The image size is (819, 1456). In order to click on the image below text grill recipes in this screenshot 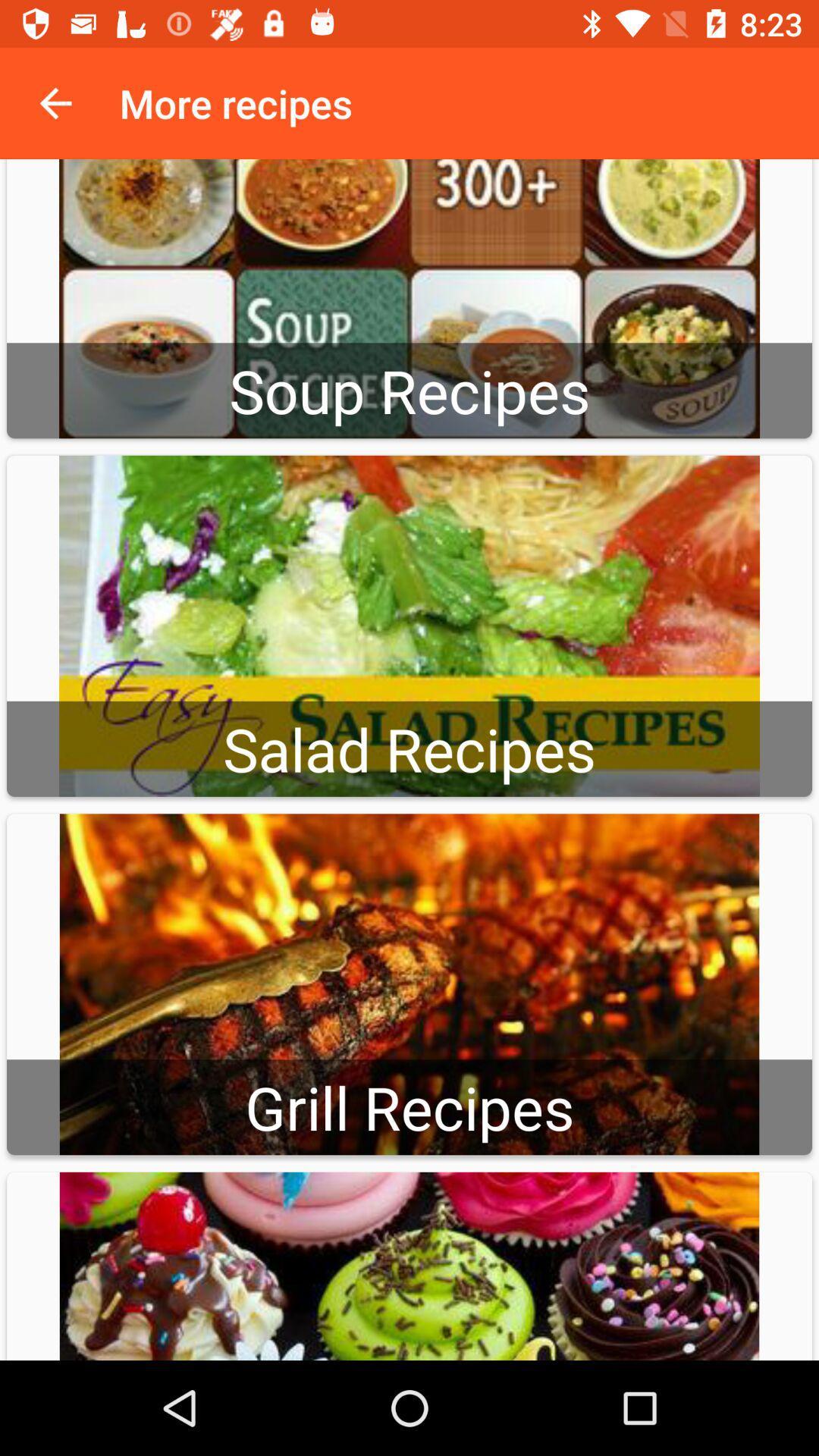, I will do `click(409, 1266)`.